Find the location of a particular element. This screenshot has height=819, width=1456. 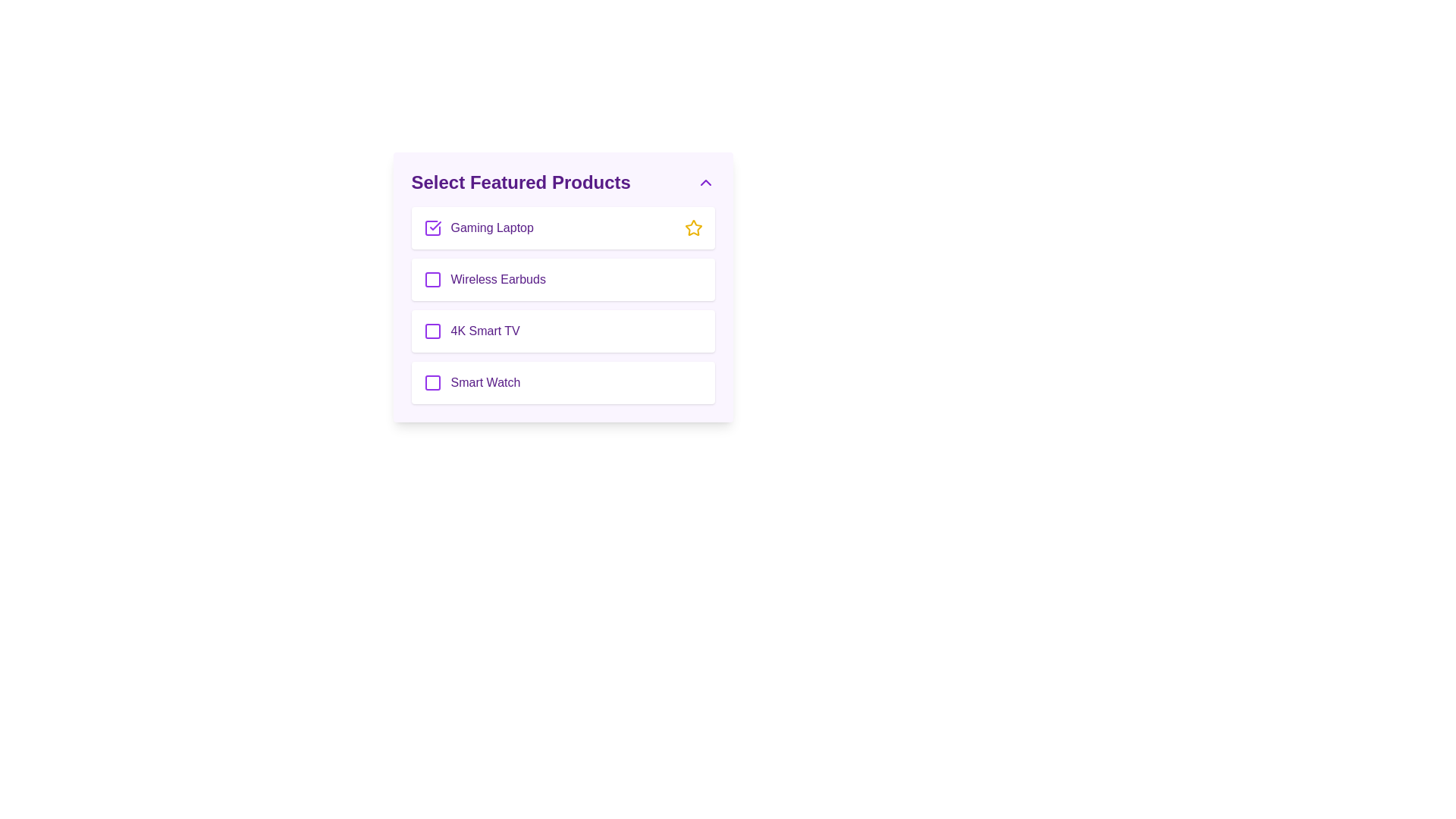

the star icon located in the grid-like list component, which is positioned to the right of the 'Gaming Laptop' name is located at coordinates (692, 227).